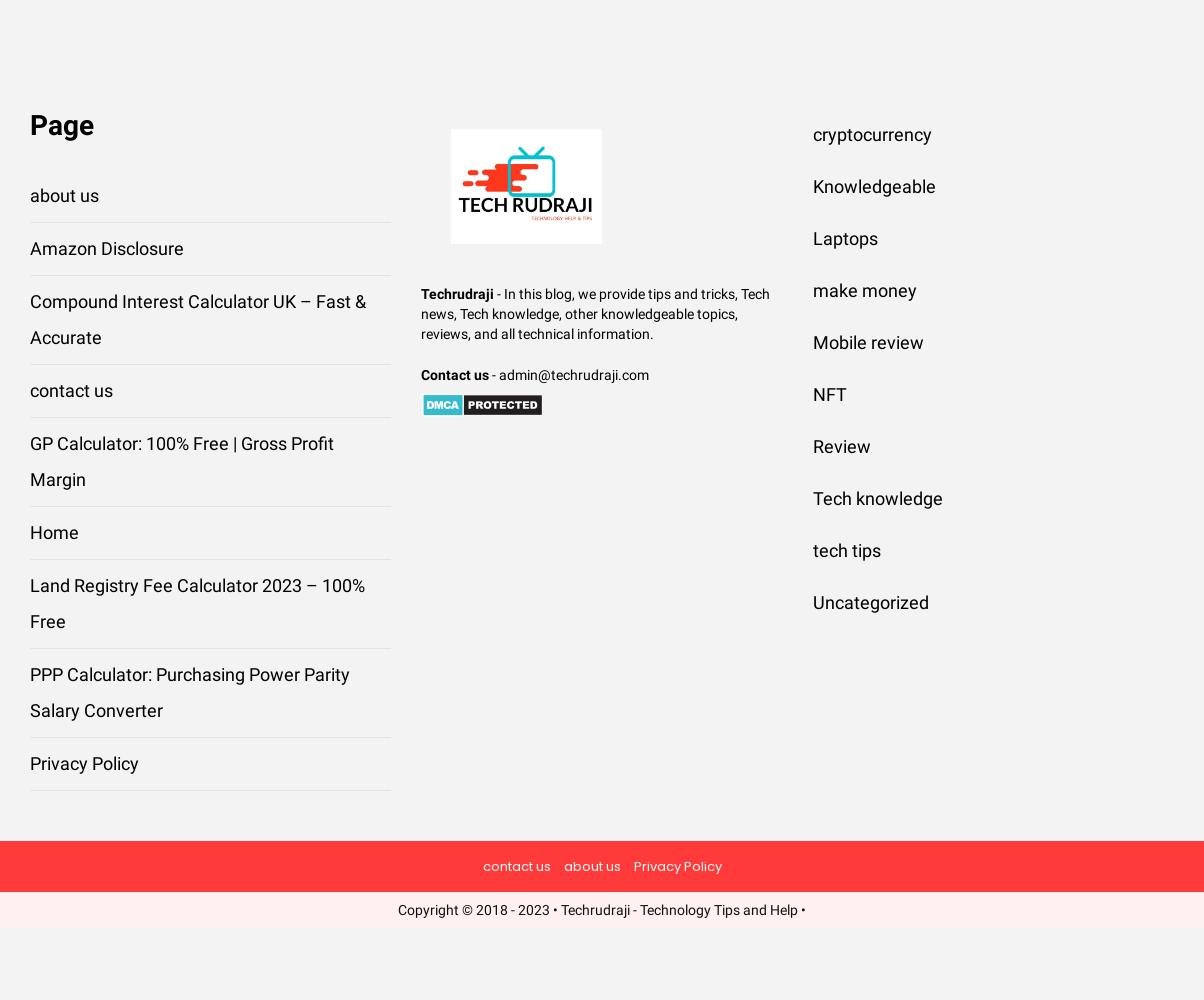 The height and width of the screenshot is (1000, 1204). What do you see at coordinates (602, 910) in the screenshot?
I see `'Copyright © 2018 - 2023 • Techrudraji - Technology Tips and Help •'` at bounding box center [602, 910].